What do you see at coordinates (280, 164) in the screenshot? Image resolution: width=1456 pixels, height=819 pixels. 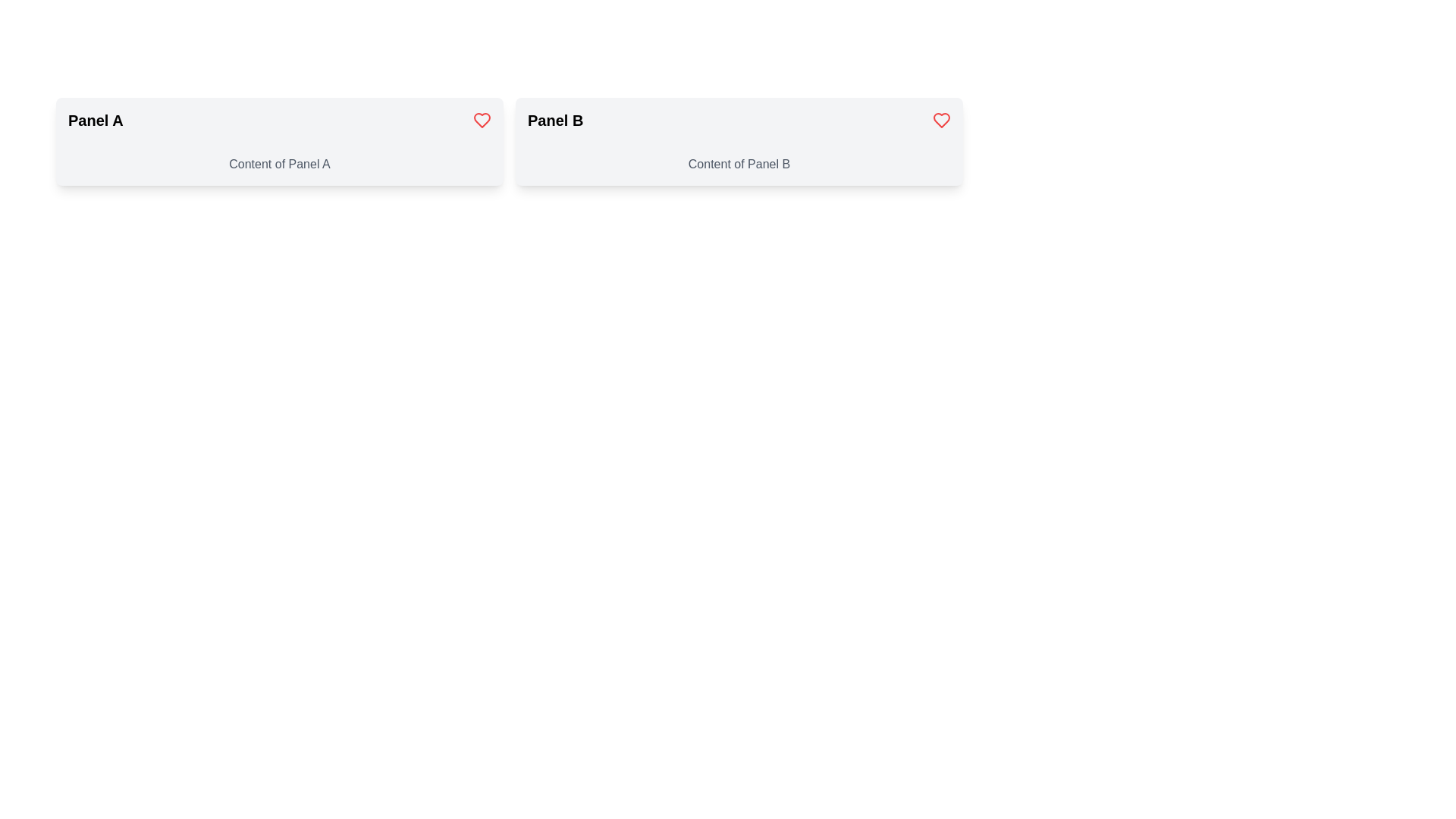 I see `the text block displaying 'Content of Panel A' in gray text, which is located inside the leftmost panel marked 'Panel A', positioned below its header` at bounding box center [280, 164].